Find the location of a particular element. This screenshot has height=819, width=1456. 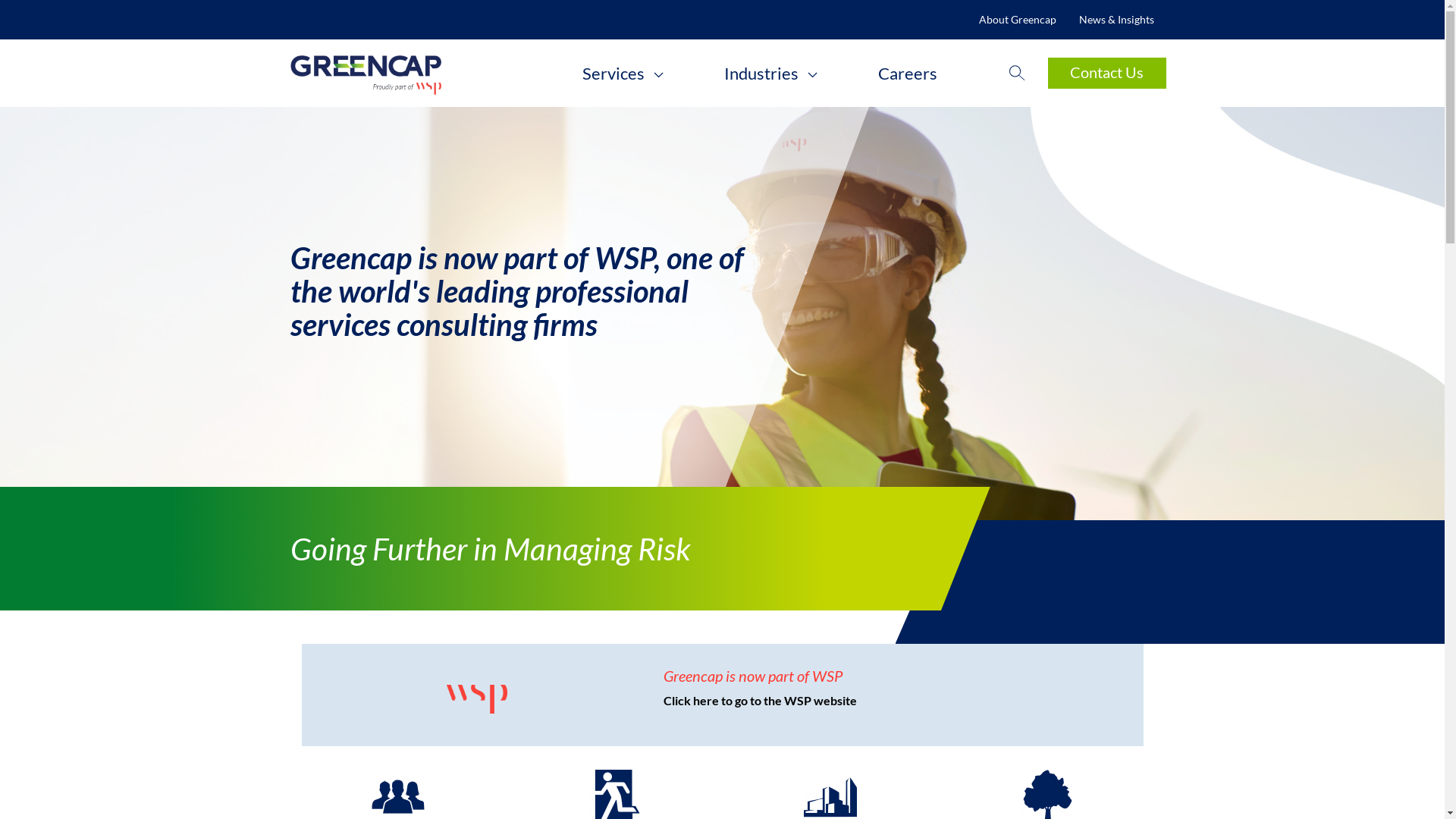

'Contact Us' is located at coordinates (1106, 72).